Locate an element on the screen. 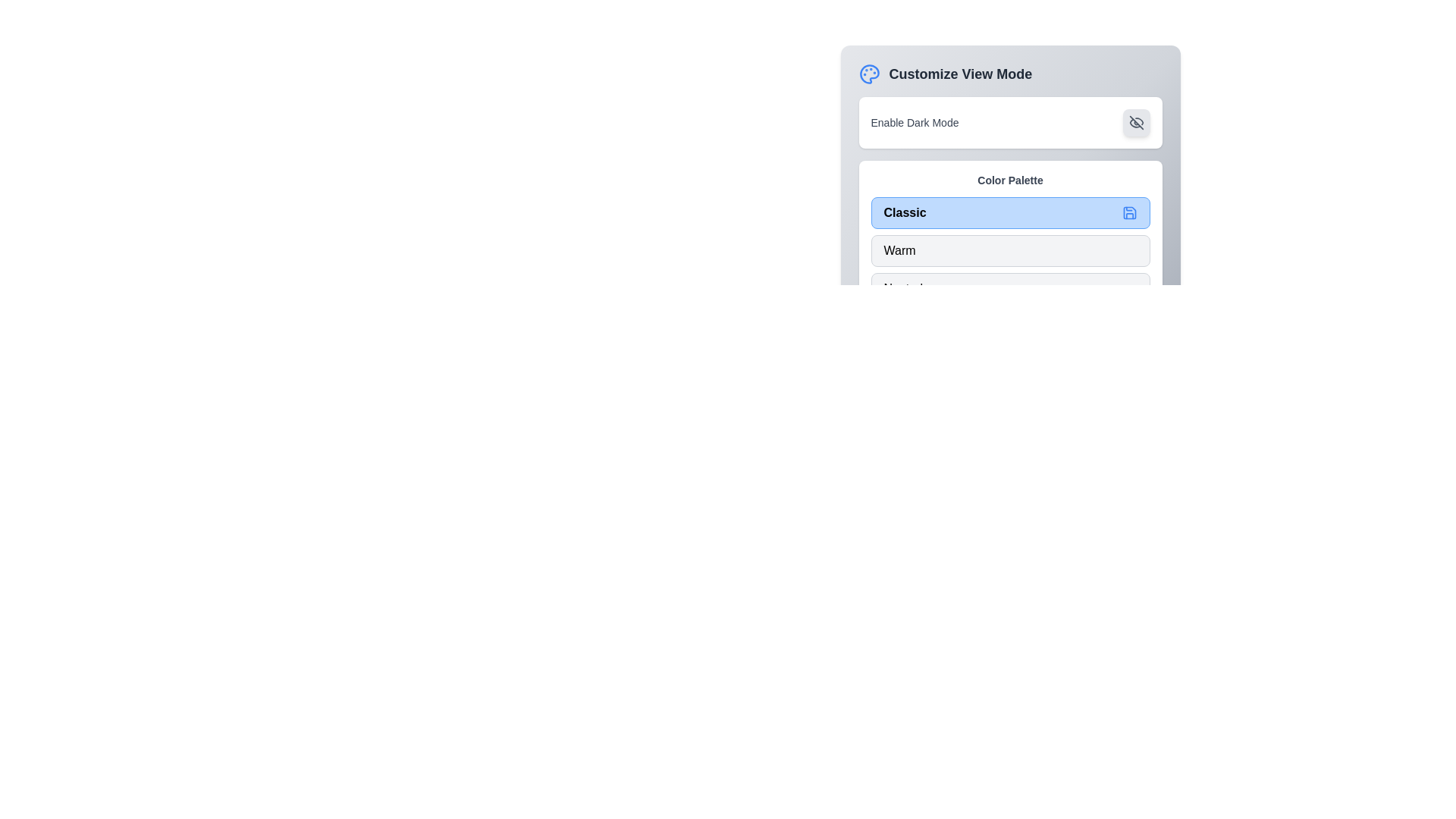 This screenshot has height=819, width=1456. the graphical icon representing the option to change or customize color palettes or themes, located to the left of the 'Customize View Mode' title is located at coordinates (869, 74).